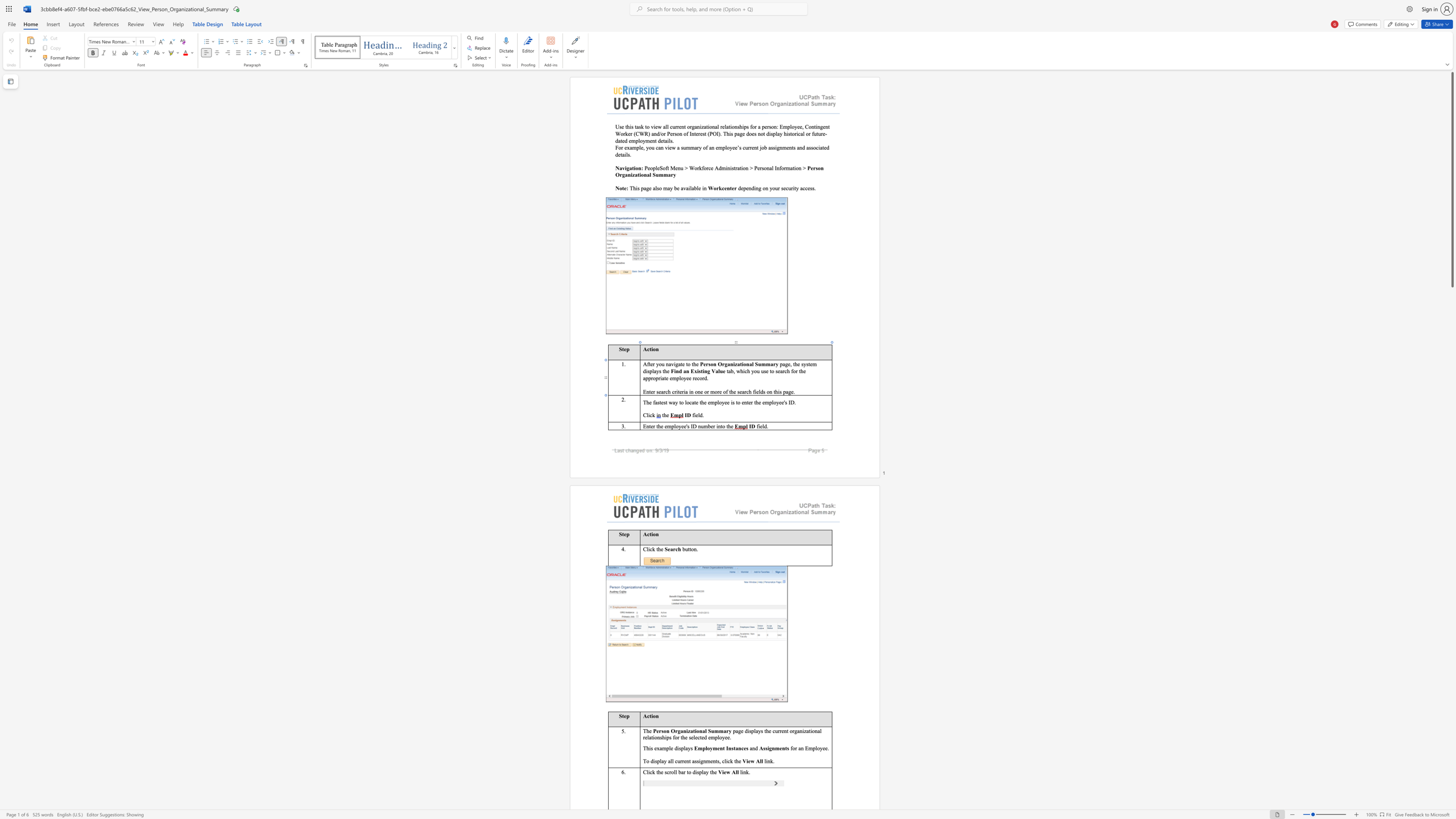  Describe the element at coordinates (655, 738) in the screenshot. I see `the 3th character "o" in the text` at that location.